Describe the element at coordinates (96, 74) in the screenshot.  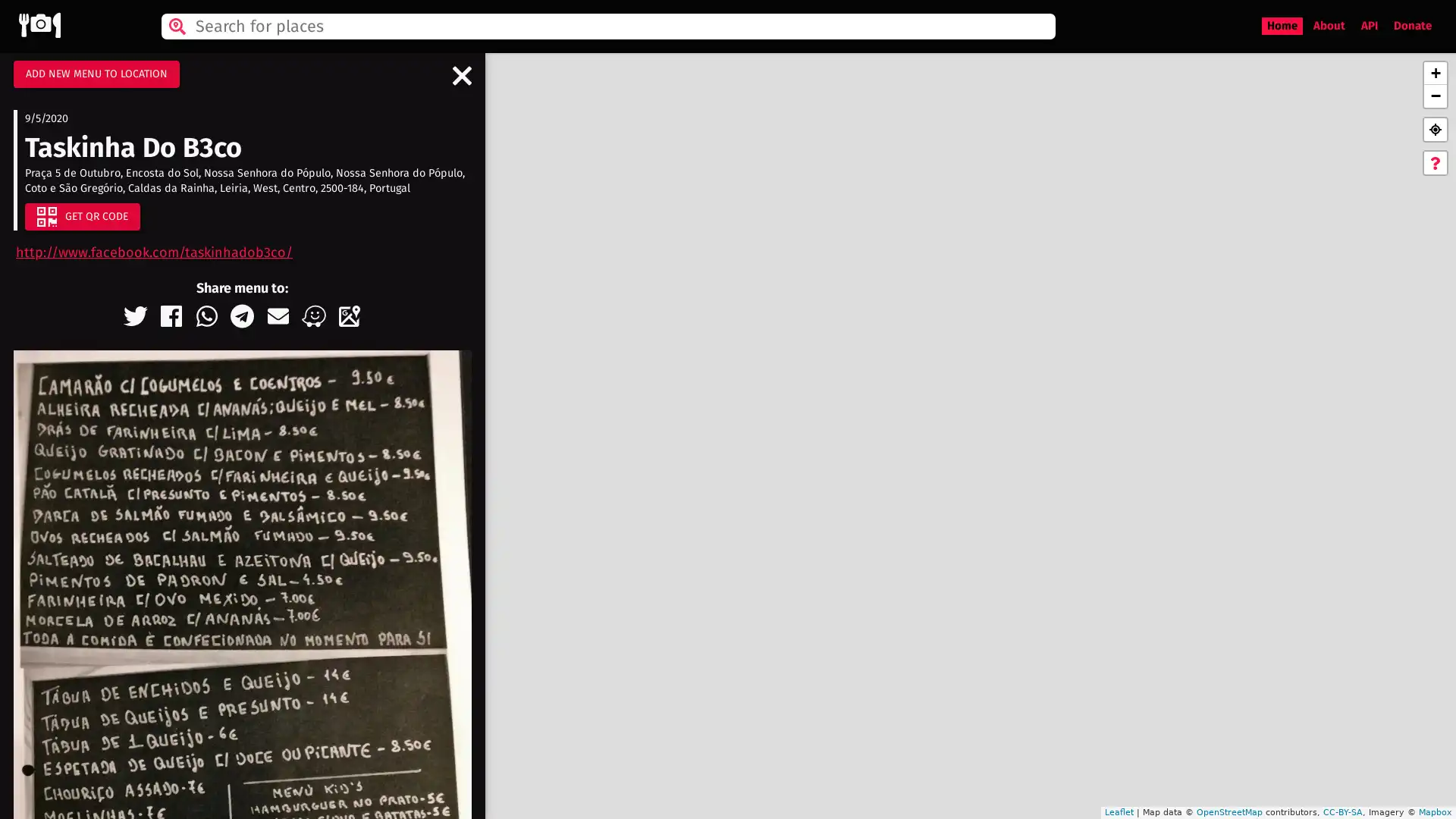
I see `ADD NEW MENU TO LOCATION` at that location.